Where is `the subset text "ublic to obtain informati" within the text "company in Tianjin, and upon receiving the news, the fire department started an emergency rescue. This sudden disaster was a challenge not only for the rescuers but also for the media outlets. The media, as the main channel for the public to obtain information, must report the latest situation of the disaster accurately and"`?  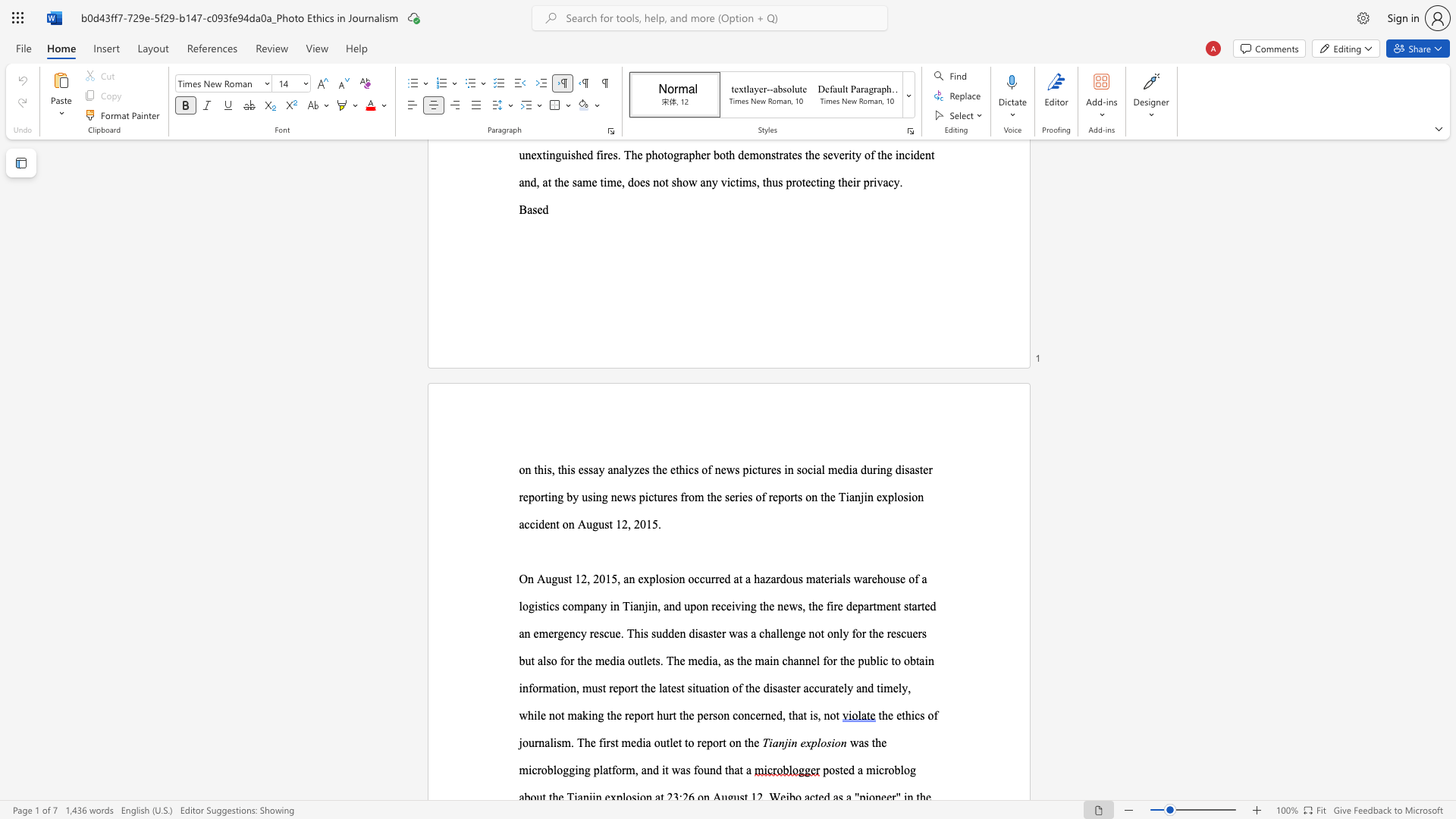 the subset text "ublic to obtain informati" within the text "company in Tianjin, and upon receiving the news, the fire department started an emergency rescue. This sudden disaster was a challenge not only for the rescuers but also for the media outlets. The media, as the main channel for the public to obtain information, must report the latest situation of the disaster accurately and" is located at coordinates (864, 660).